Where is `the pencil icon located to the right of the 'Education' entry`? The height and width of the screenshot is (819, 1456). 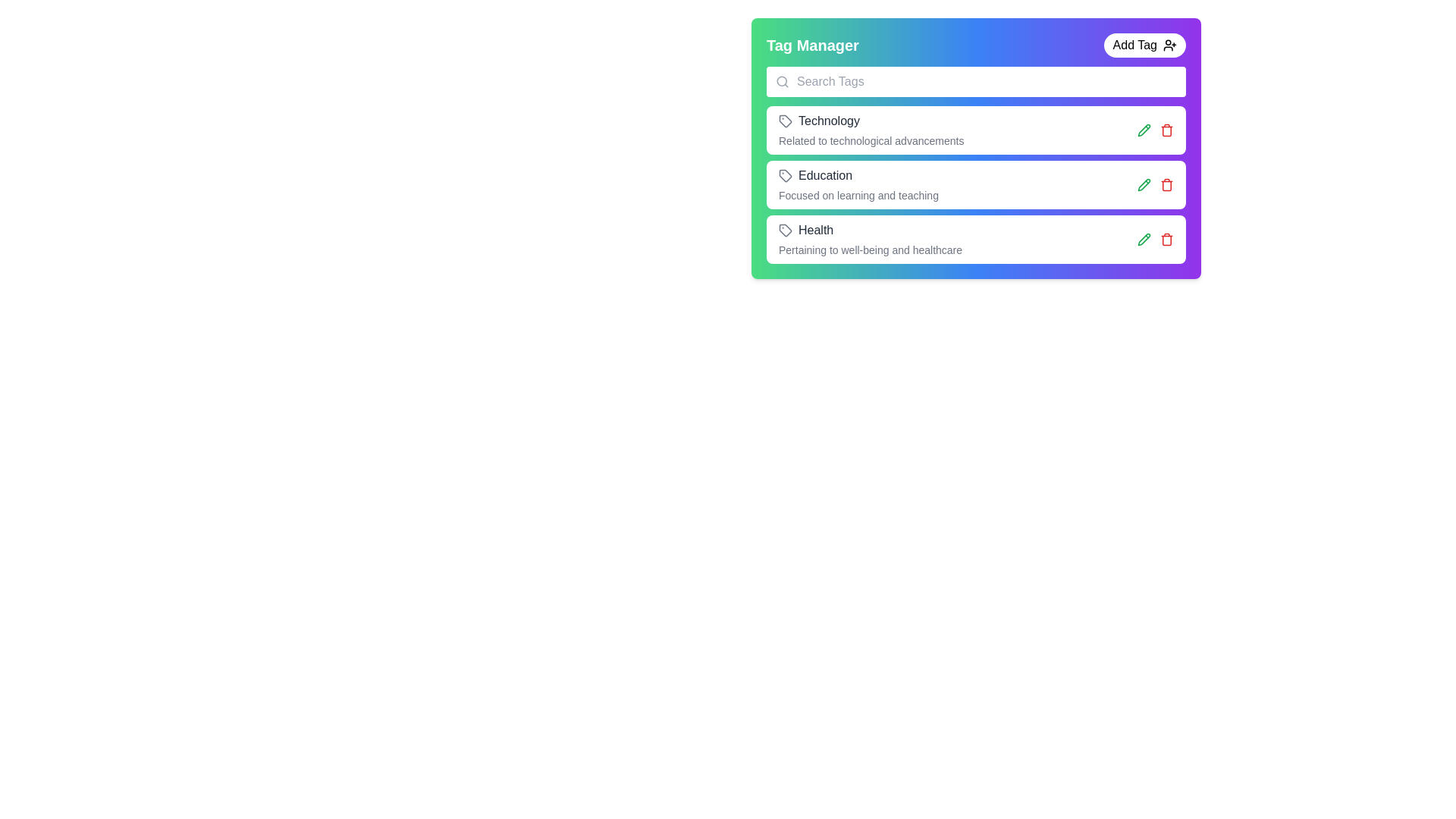
the pencil icon located to the right of the 'Education' entry is located at coordinates (1143, 128).